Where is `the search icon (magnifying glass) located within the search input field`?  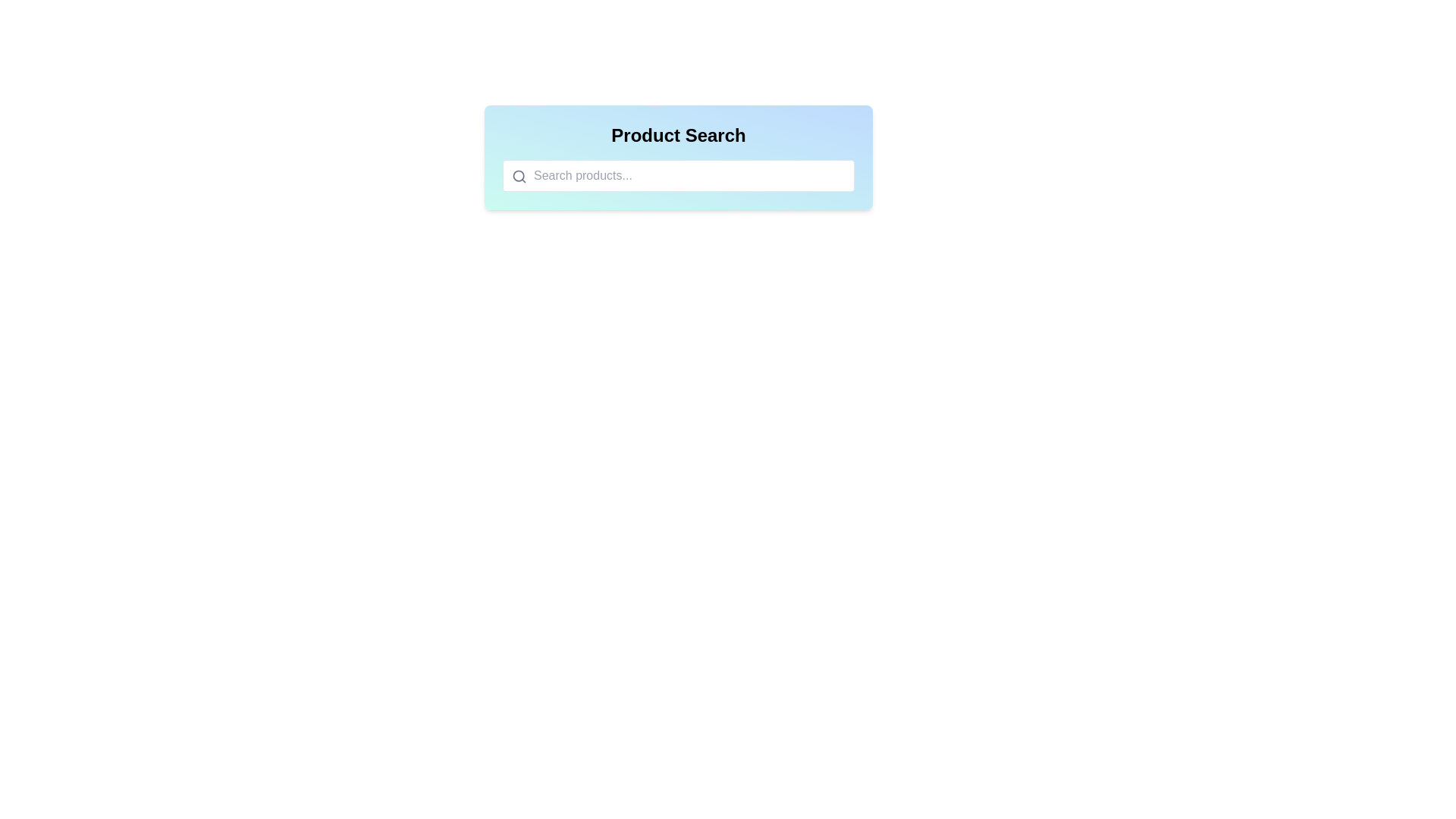 the search icon (magnifying glass) located within the search input field is located at coordinates (519, 175).